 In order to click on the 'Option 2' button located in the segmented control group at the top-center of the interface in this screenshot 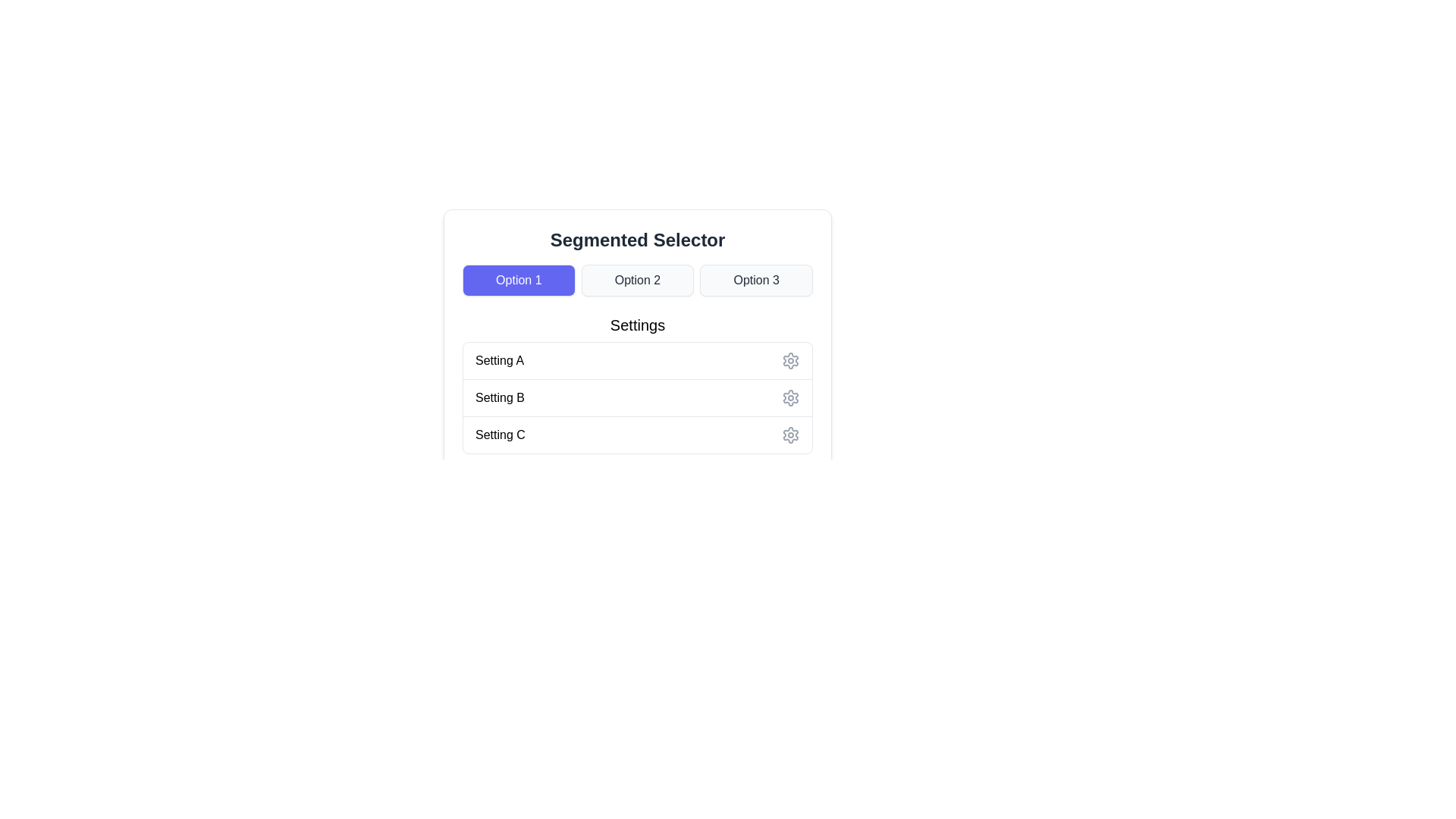, I will do `click(637, 281)`.